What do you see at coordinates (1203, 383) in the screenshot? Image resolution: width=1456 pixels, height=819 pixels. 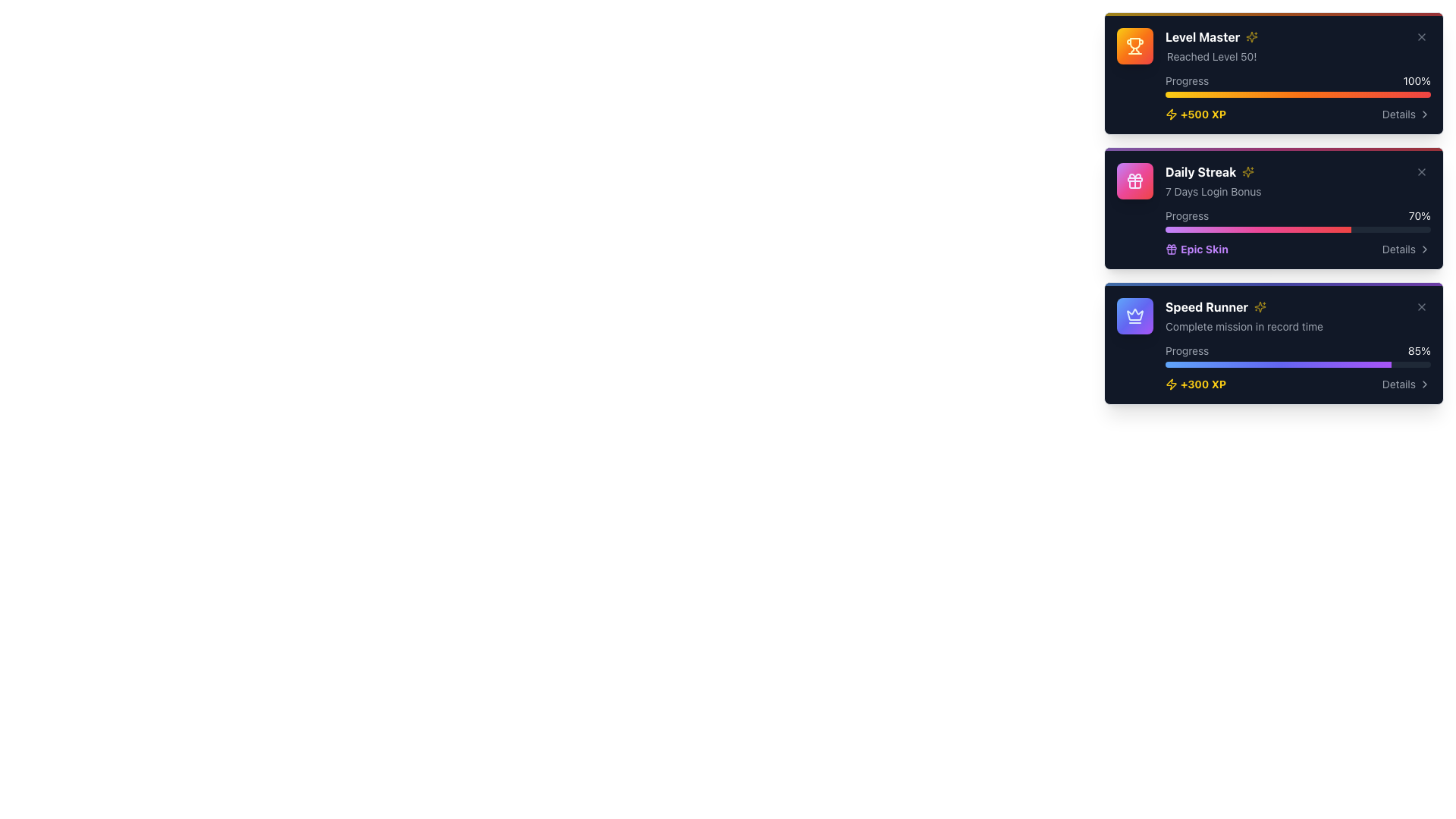 I see `the bold text label displaying '+300 XP' in yellow color, located next to the lightning bolt icon on the 'Speed Runner' card` at bounding box center [1203, 383].